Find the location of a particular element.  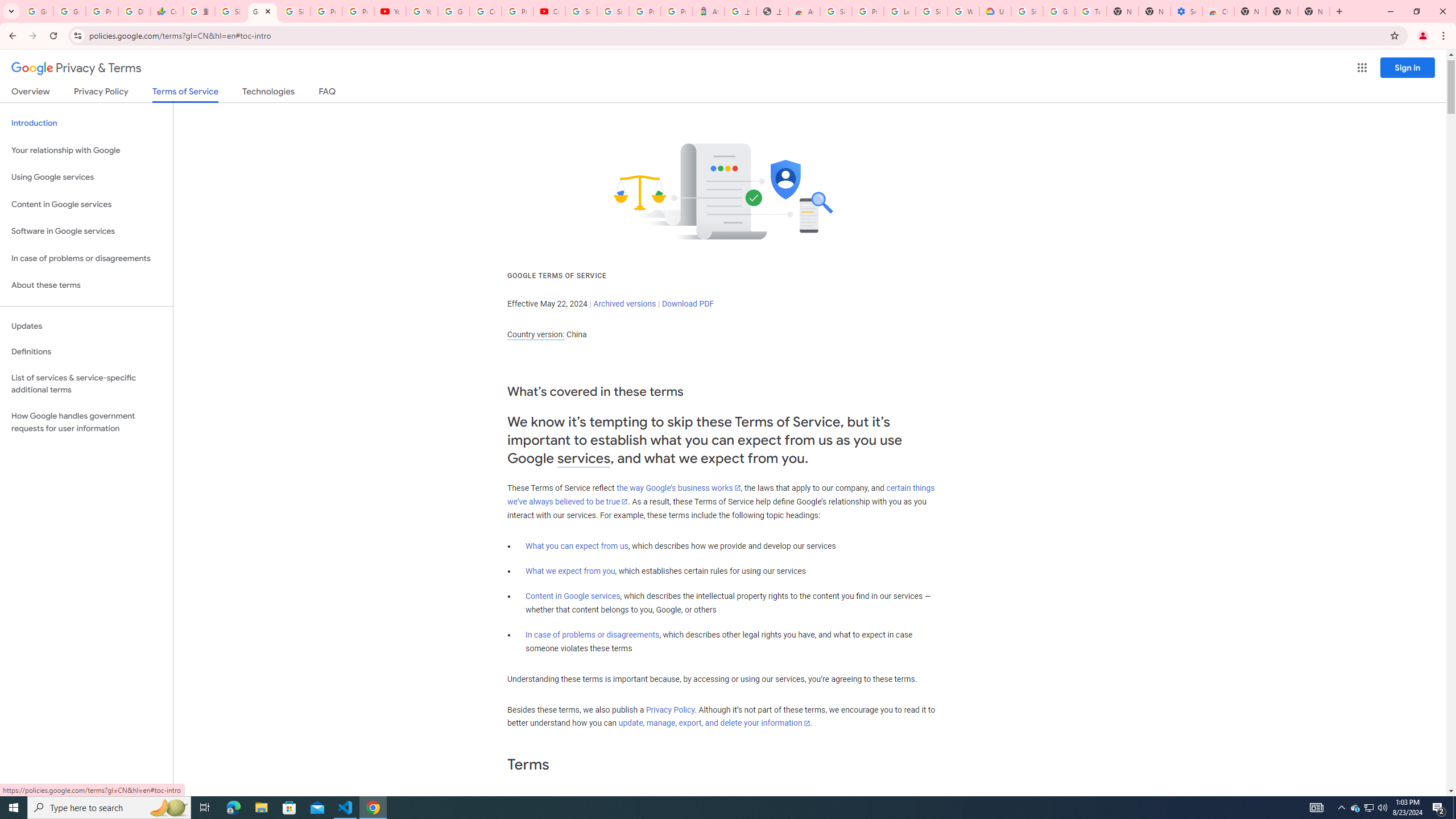

'Google Workspace Admin Community' is located at coordinates (37, 11).